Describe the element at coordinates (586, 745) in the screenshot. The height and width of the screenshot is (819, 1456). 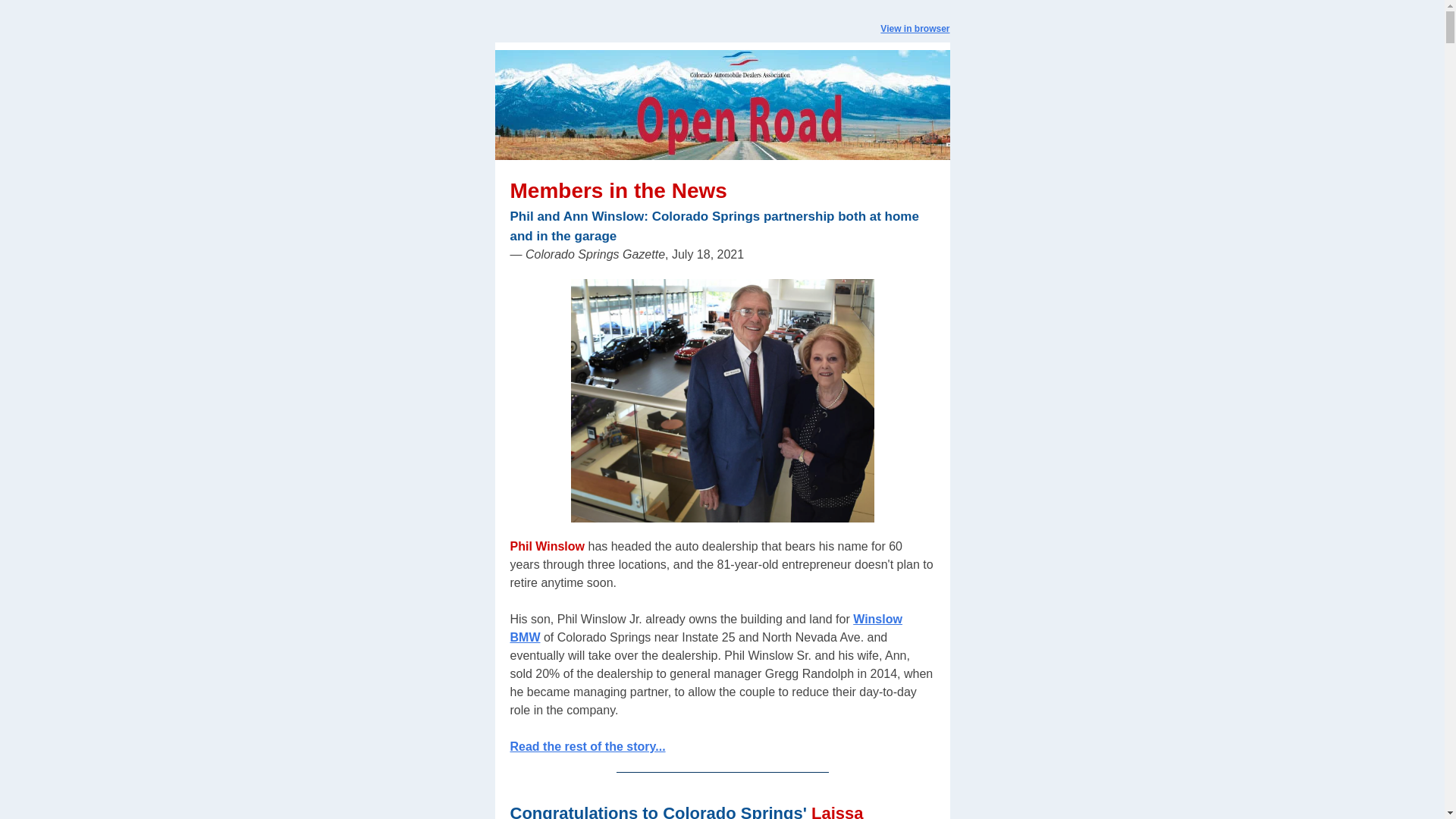
I see `'Read the rest of the story...'` at that location.